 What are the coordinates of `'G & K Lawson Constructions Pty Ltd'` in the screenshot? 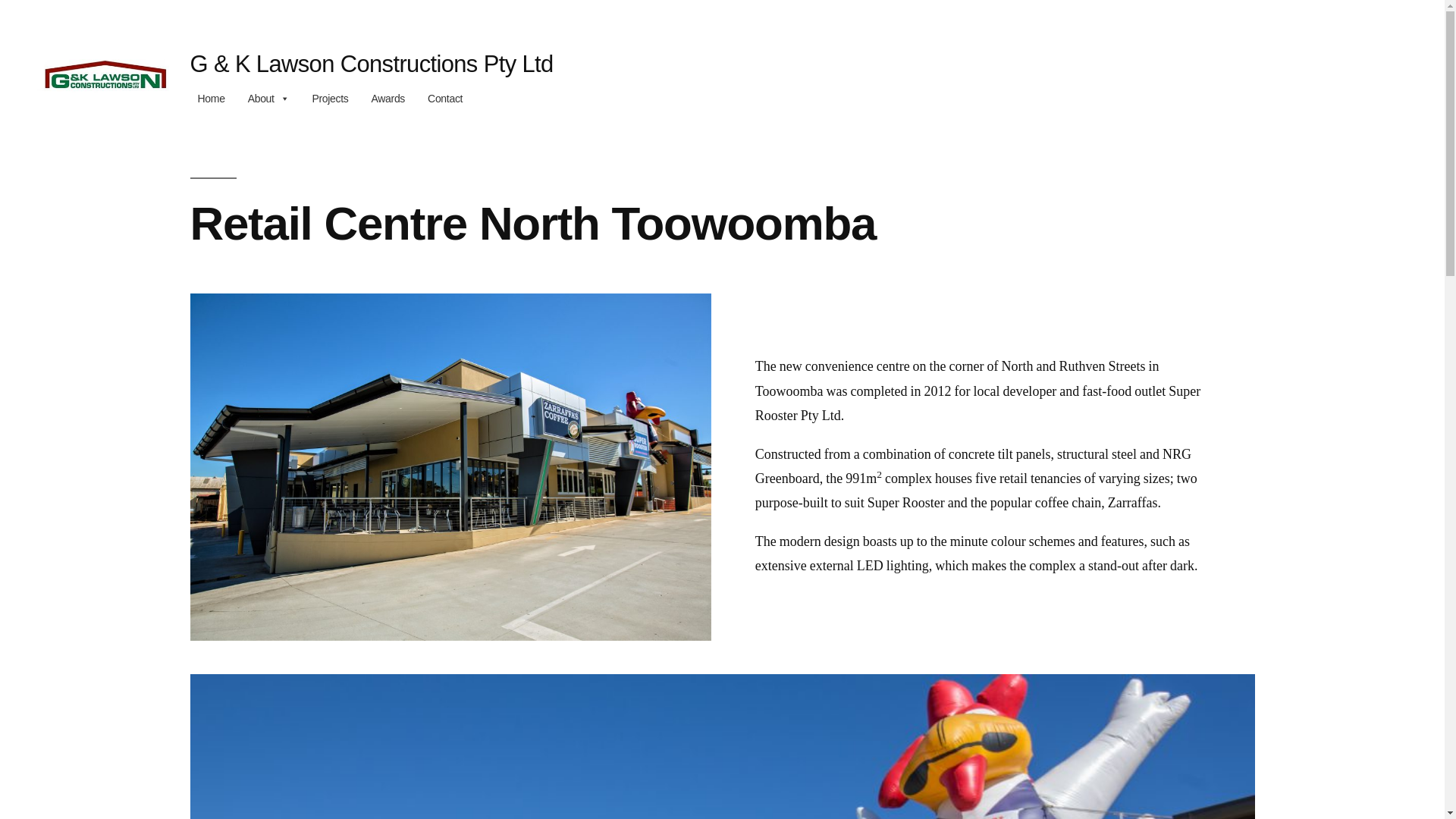 It's located at (188, 63).